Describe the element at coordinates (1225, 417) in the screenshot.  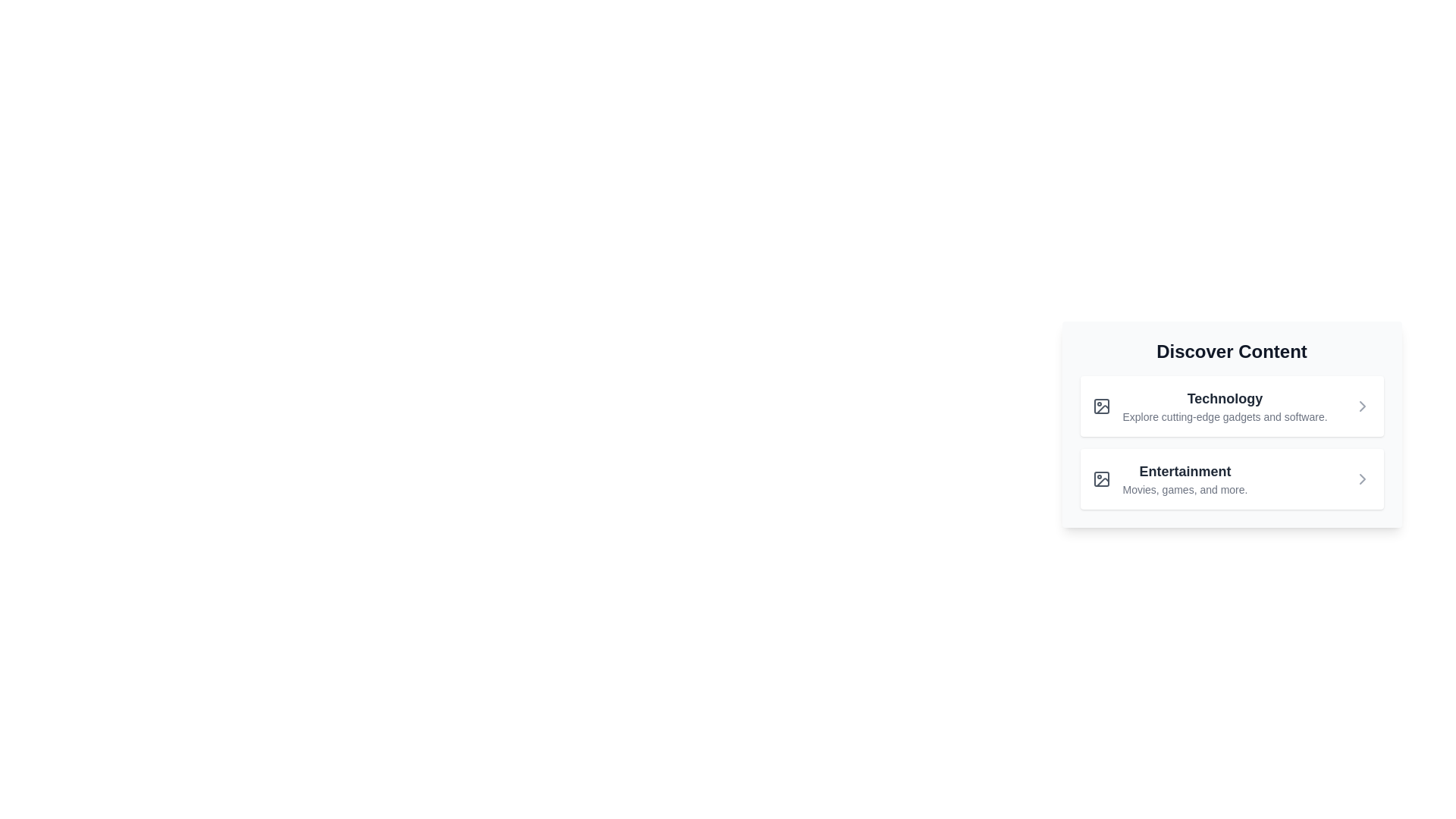
I see `the text label containing the phrase 'Explore cutting-edge gadgets and software.' which is located below the 'Technology' header within a white card` at that location.